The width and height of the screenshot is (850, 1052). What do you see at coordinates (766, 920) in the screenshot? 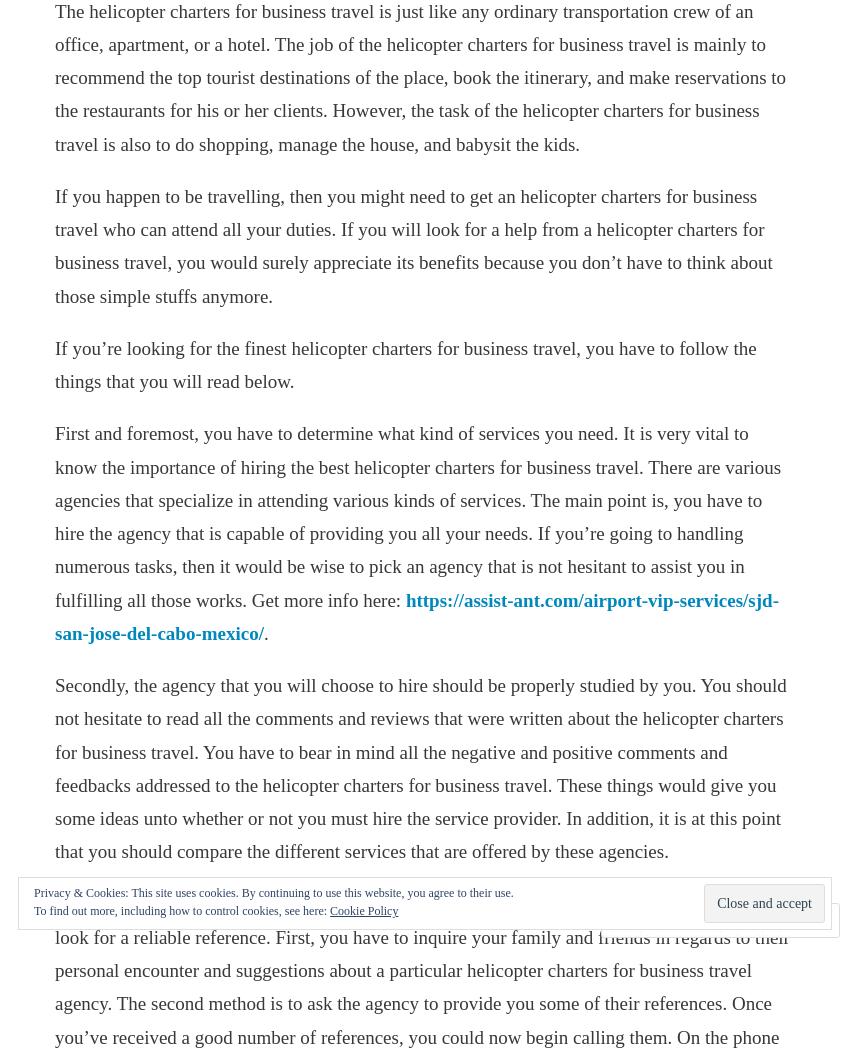
I see `'Follow'` at bounding box center [766, 920].